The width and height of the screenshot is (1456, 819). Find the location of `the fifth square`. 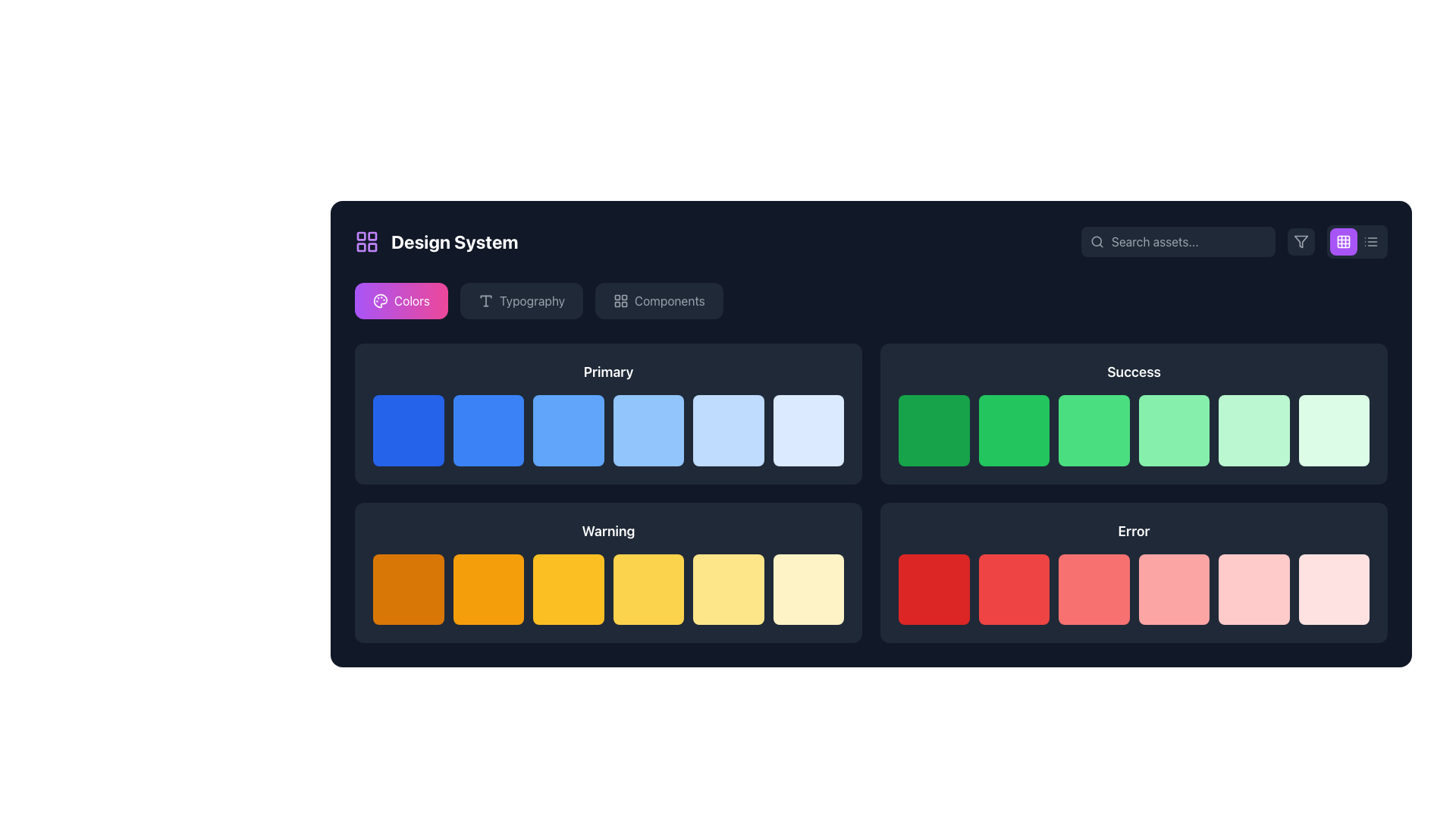

the fifth square is located at coordinates (728, 430).